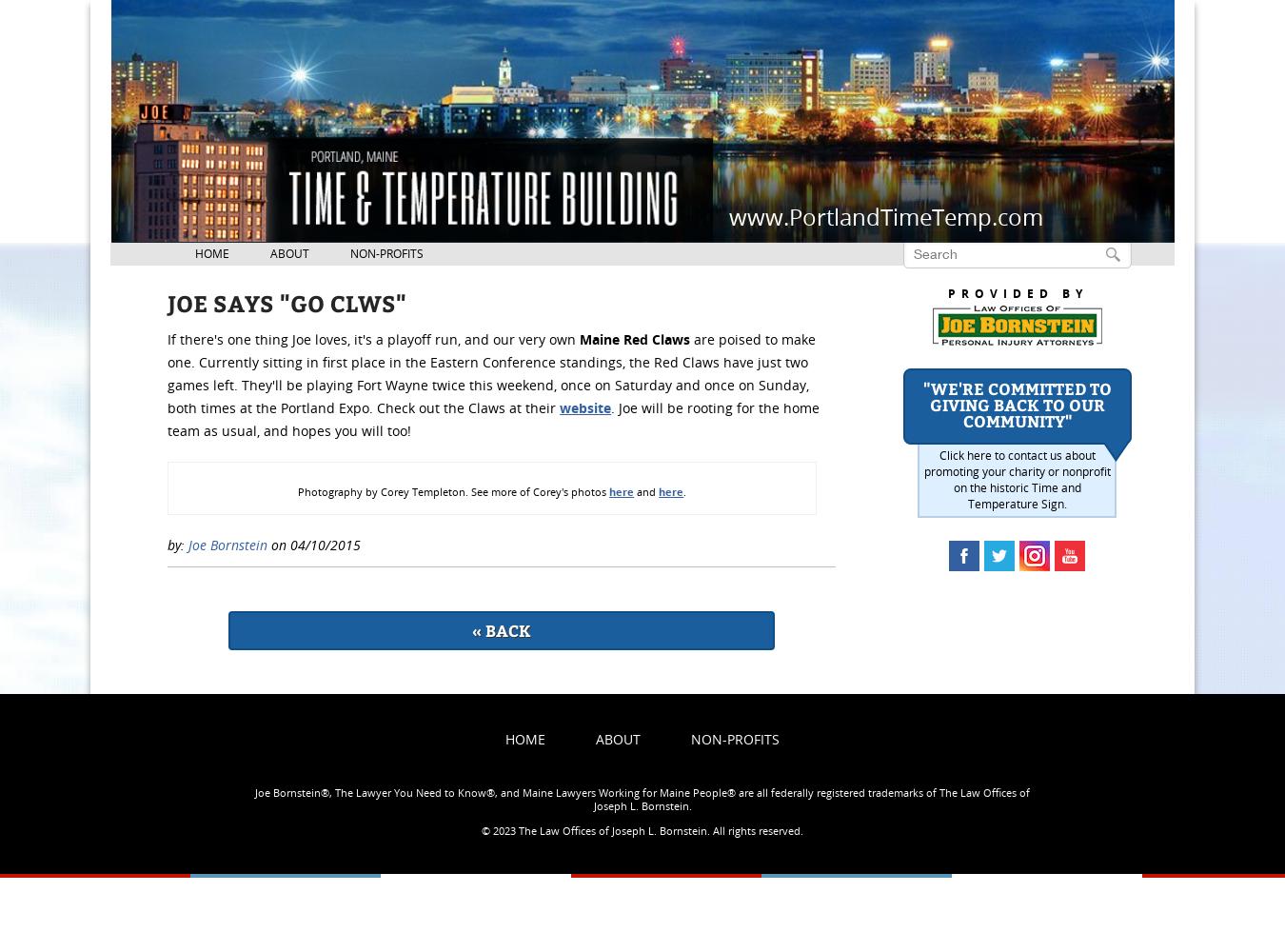  What do you see at coordinates (593, 804) in the screenshot?
I see `'Joseph L. Bornstein.'` at bounding box center [593, 804].